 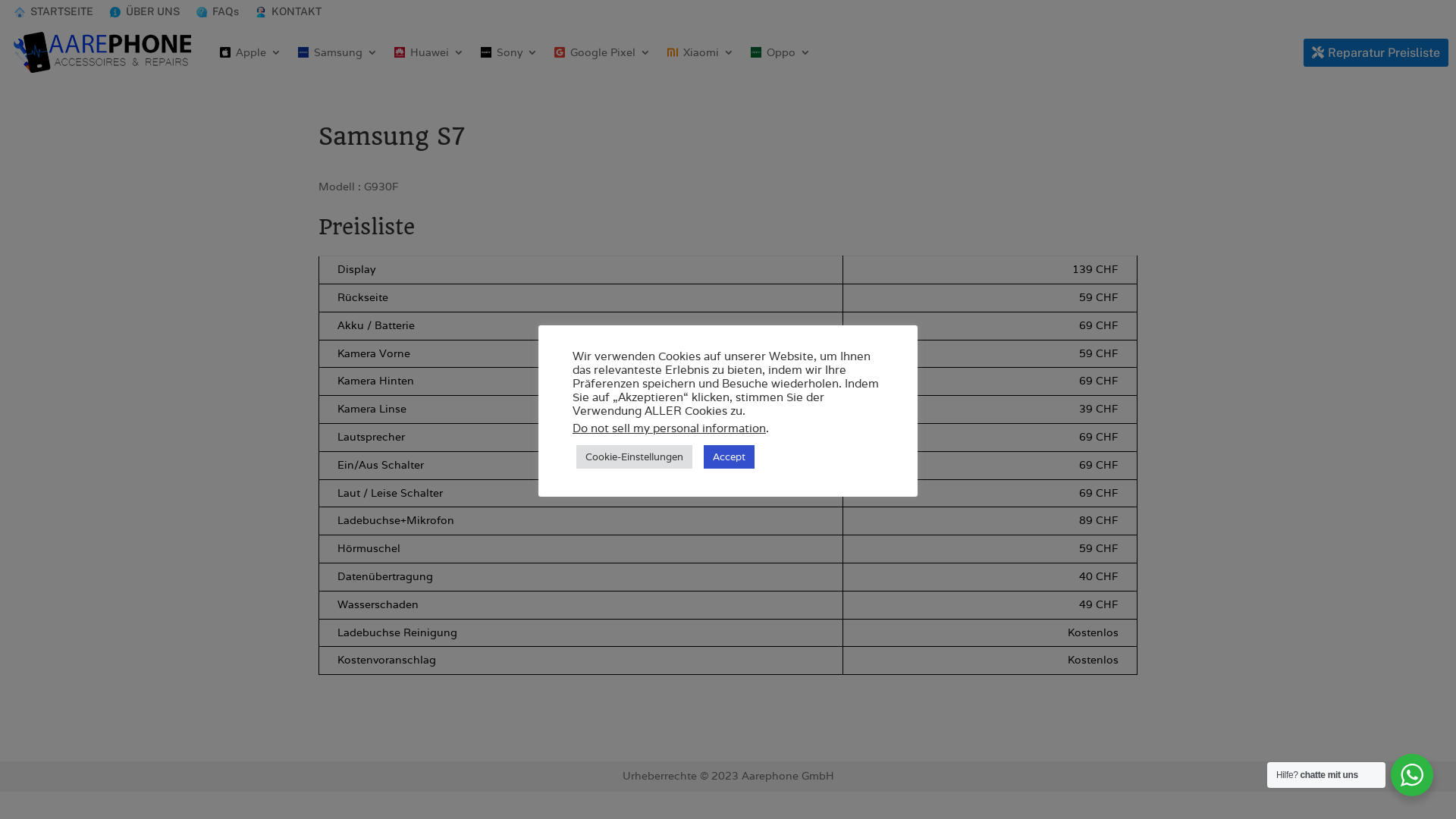 What do you see at coordinates (288, 14) in the screenshot?
I see `'KONTAKT'` at bounding box center [288, 14].